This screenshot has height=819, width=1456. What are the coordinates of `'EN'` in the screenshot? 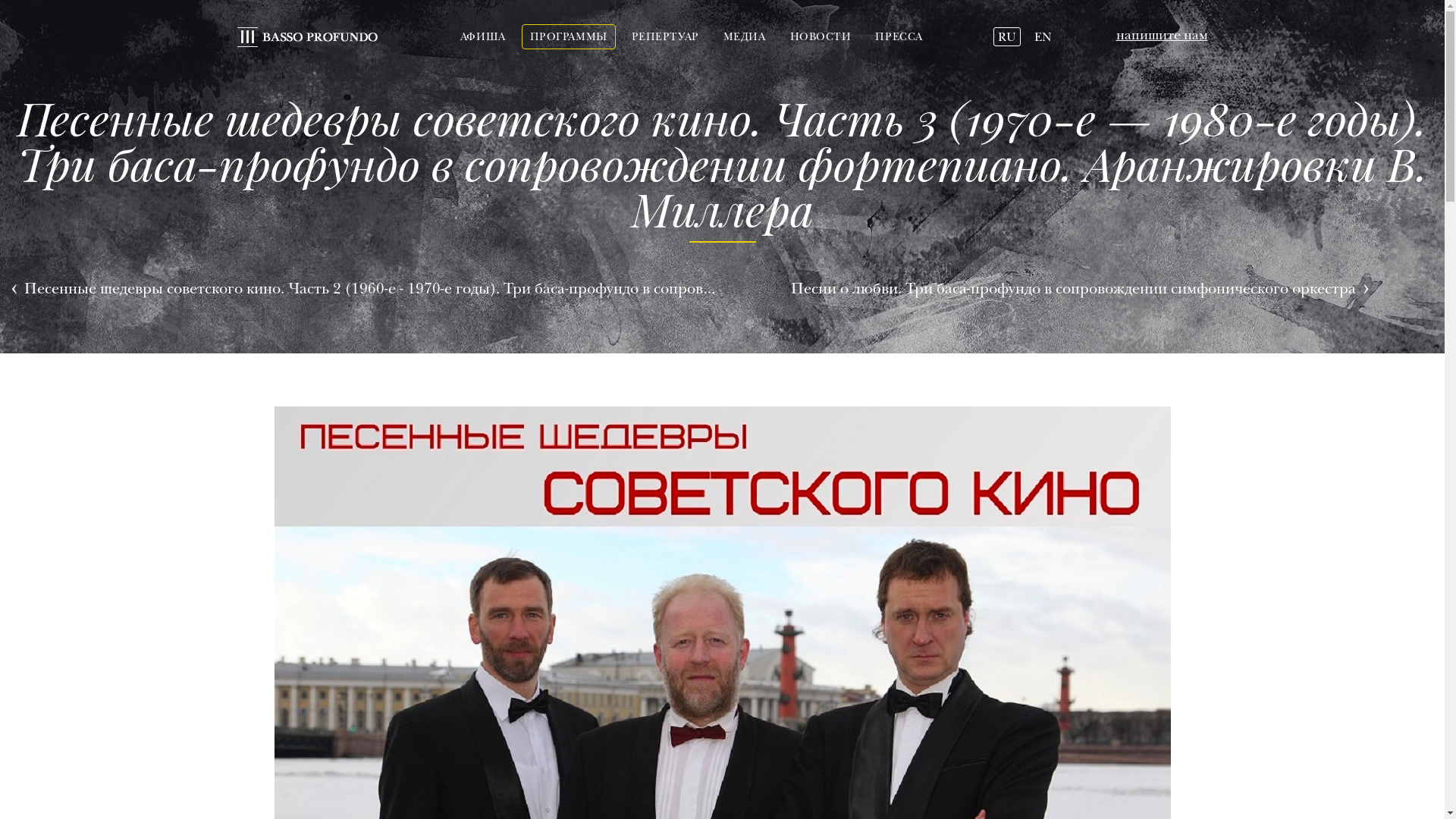 It's located at (1030, 36).